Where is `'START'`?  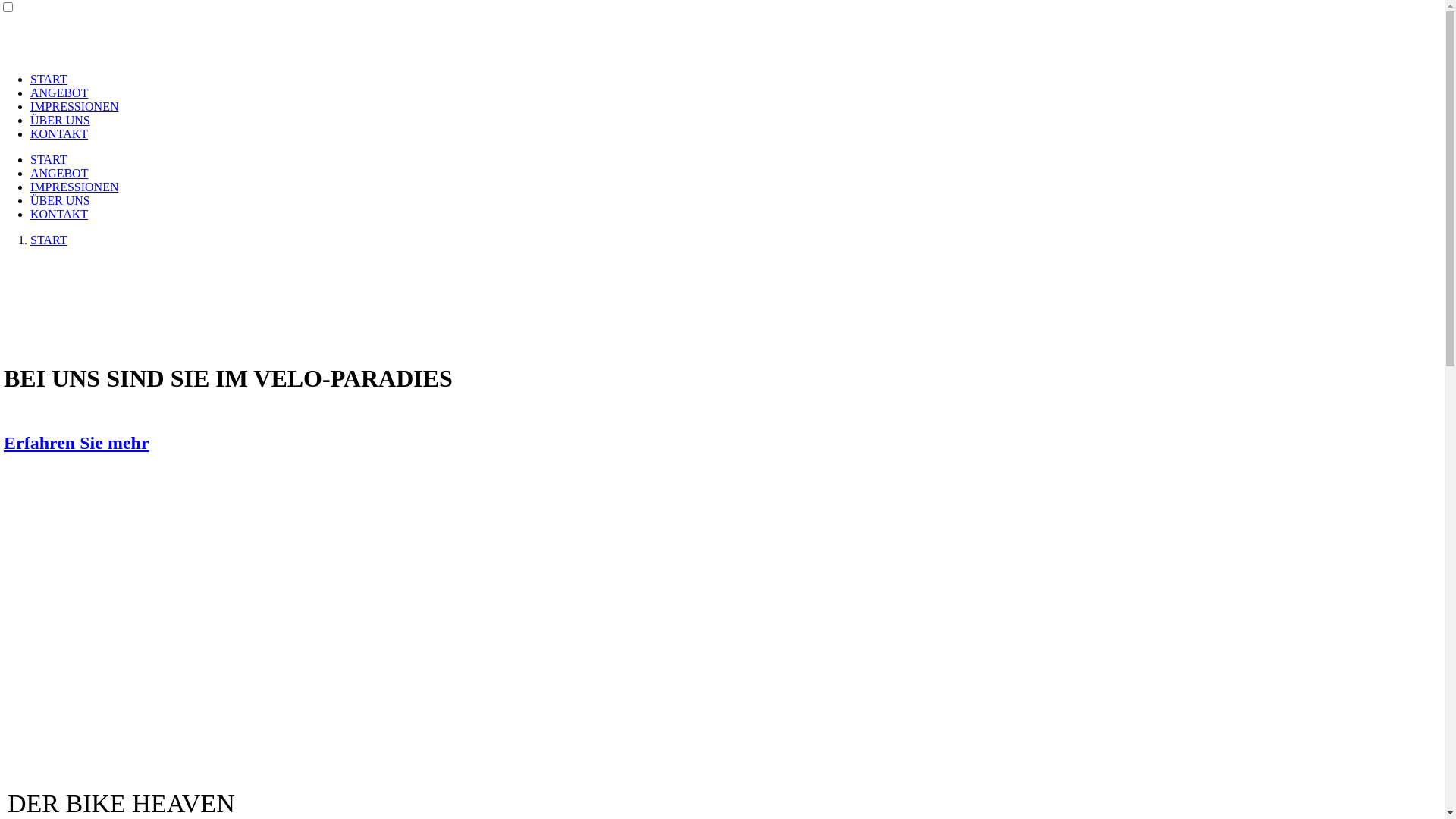
'START' is located at coordinates (30, 159).